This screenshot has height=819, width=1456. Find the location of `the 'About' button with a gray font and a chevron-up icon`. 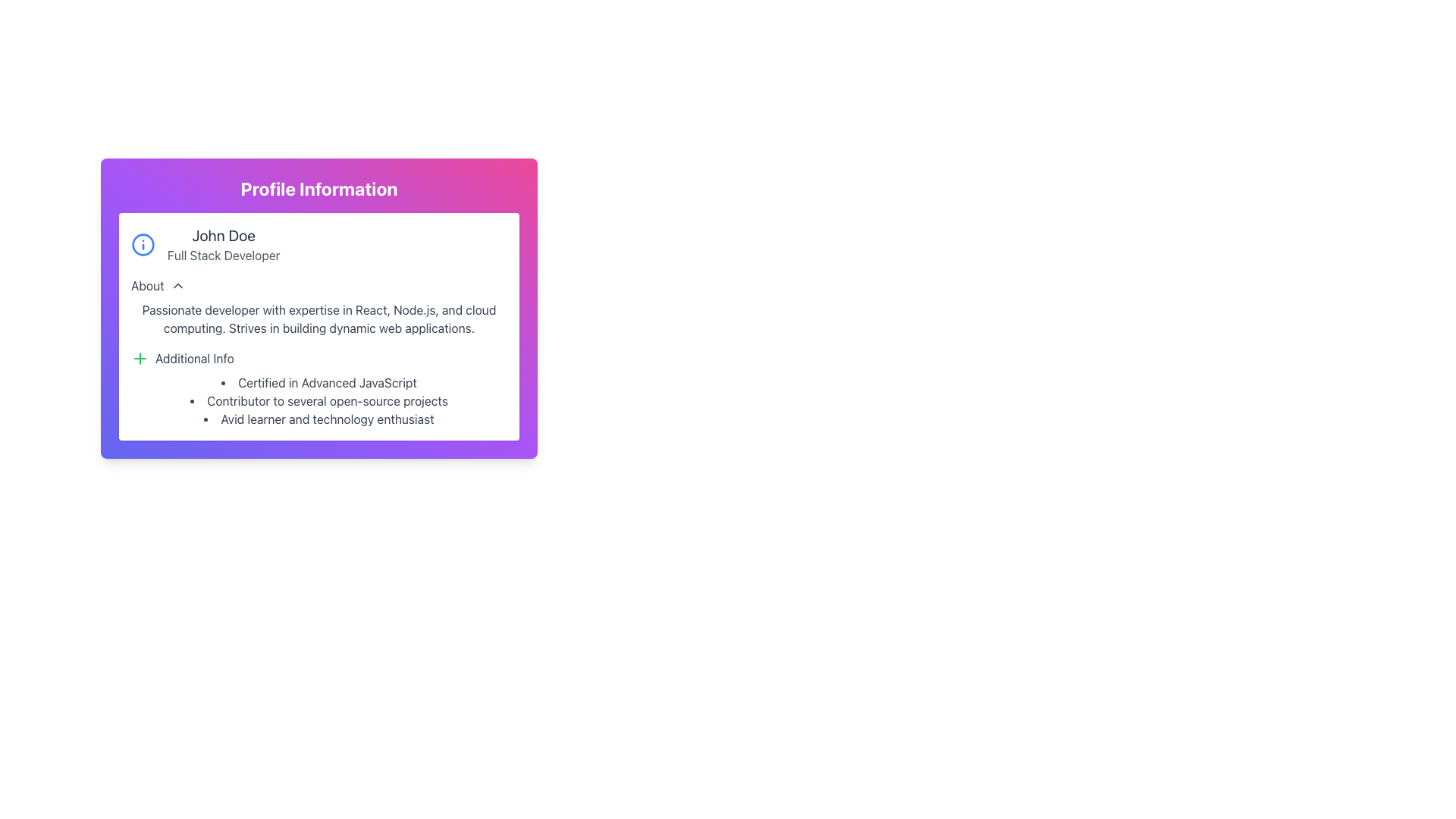

the 'About' button with a gray font and a chevron-up icon is located at coordinates (158, 286).